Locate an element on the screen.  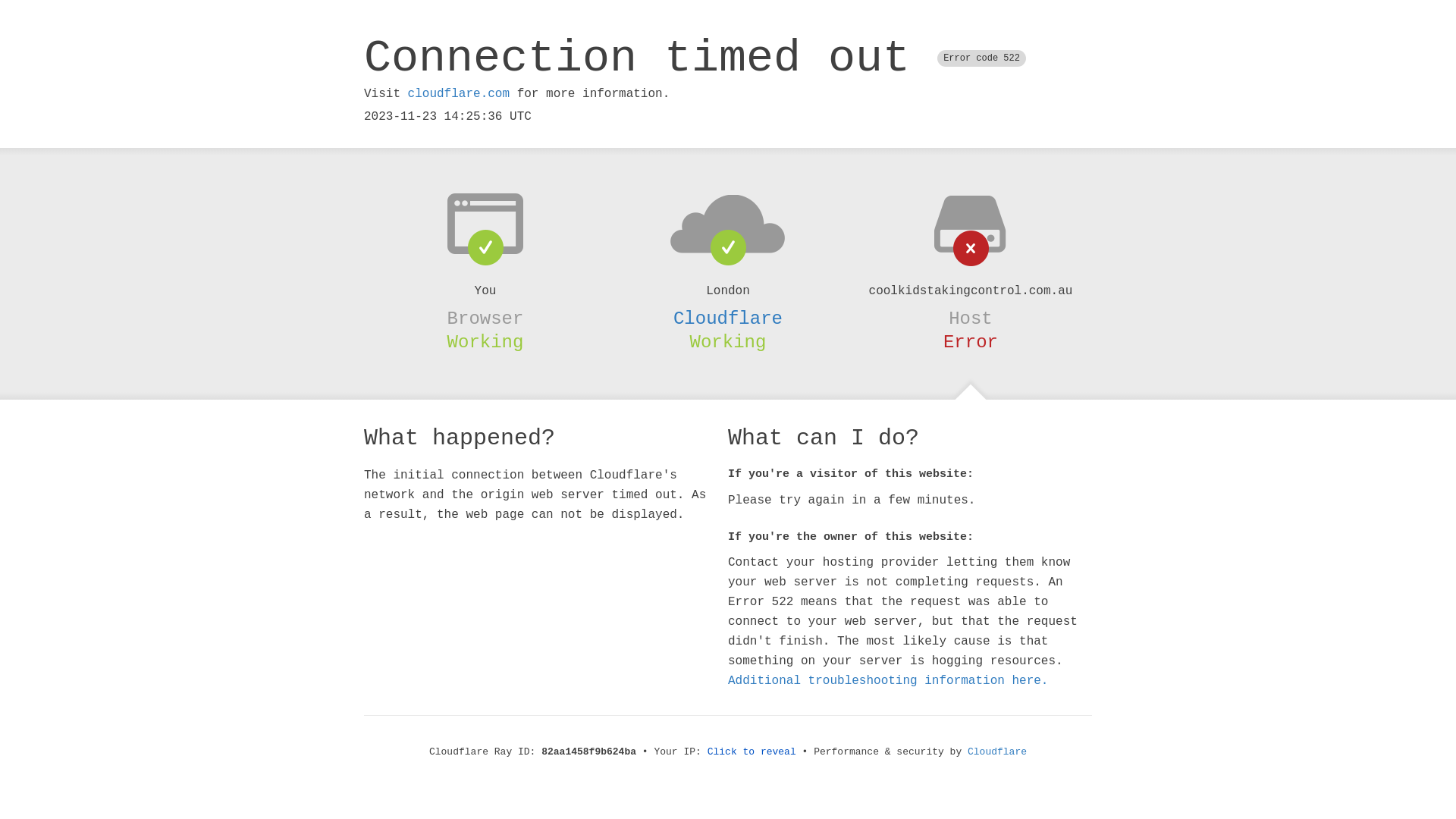
'Additional troubleshooting information here.' is located at coordinates (888, 680).